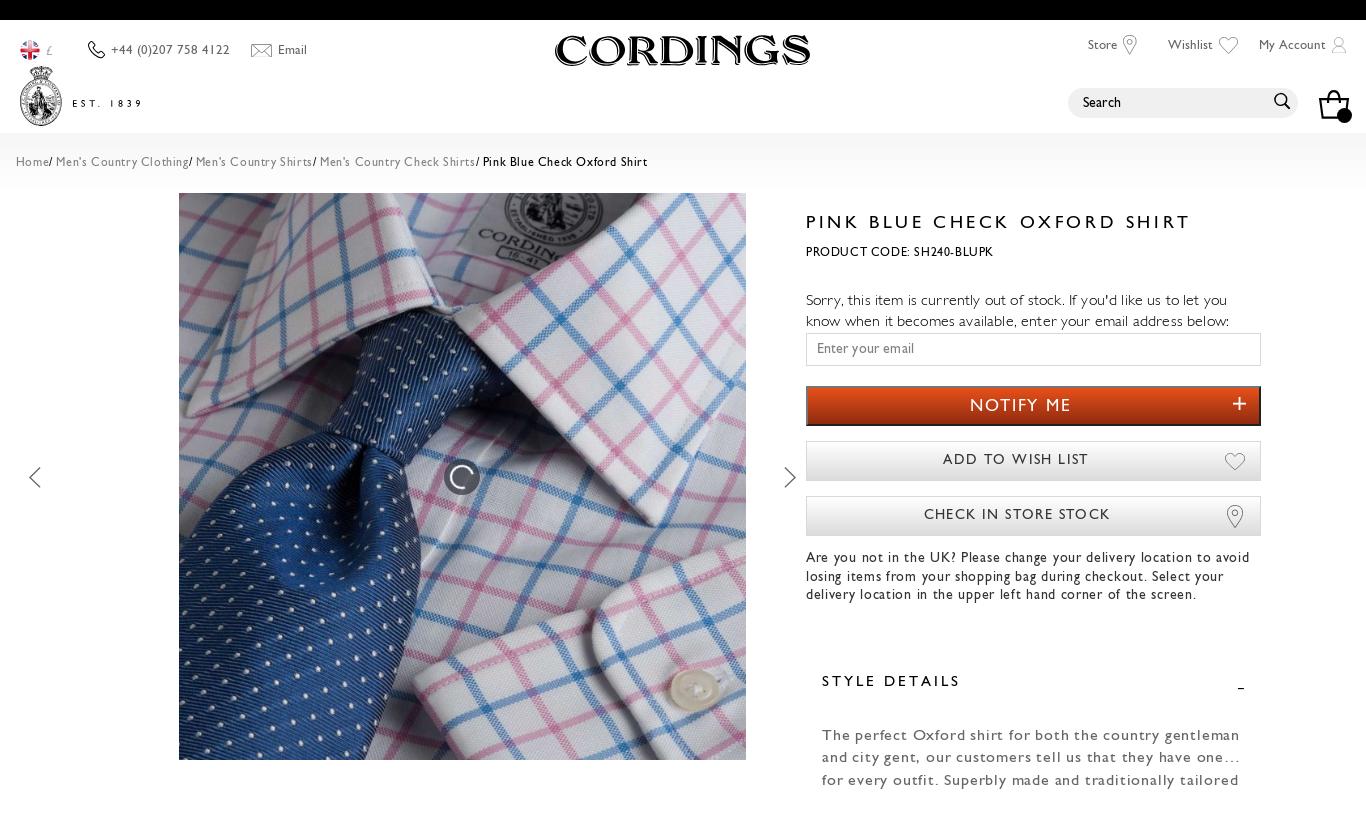  Describe the element at coordinates (897, 252) in the screenshot. I see `'Product Code: SH240-BLUPK'` at that location.